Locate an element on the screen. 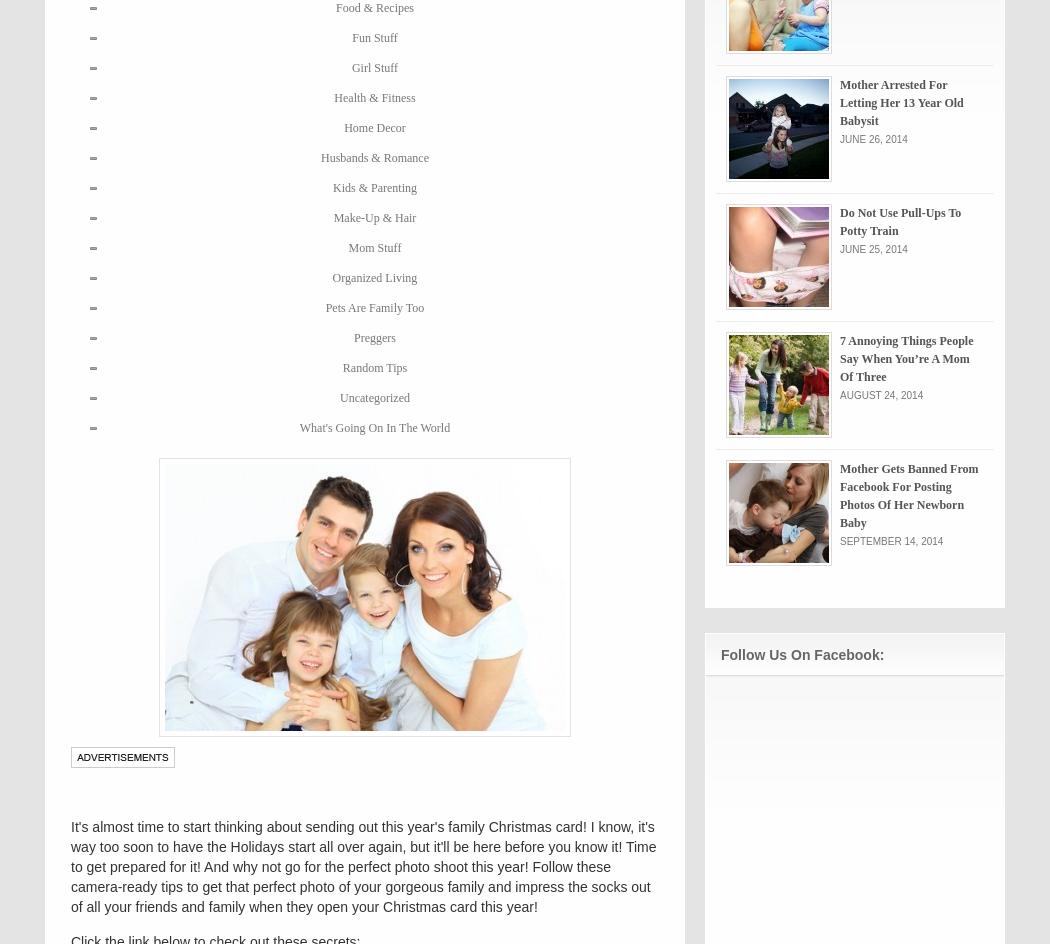 This screenshot has width=1050, height=944. 'Organized Living' is located at coordinates (373, 278).